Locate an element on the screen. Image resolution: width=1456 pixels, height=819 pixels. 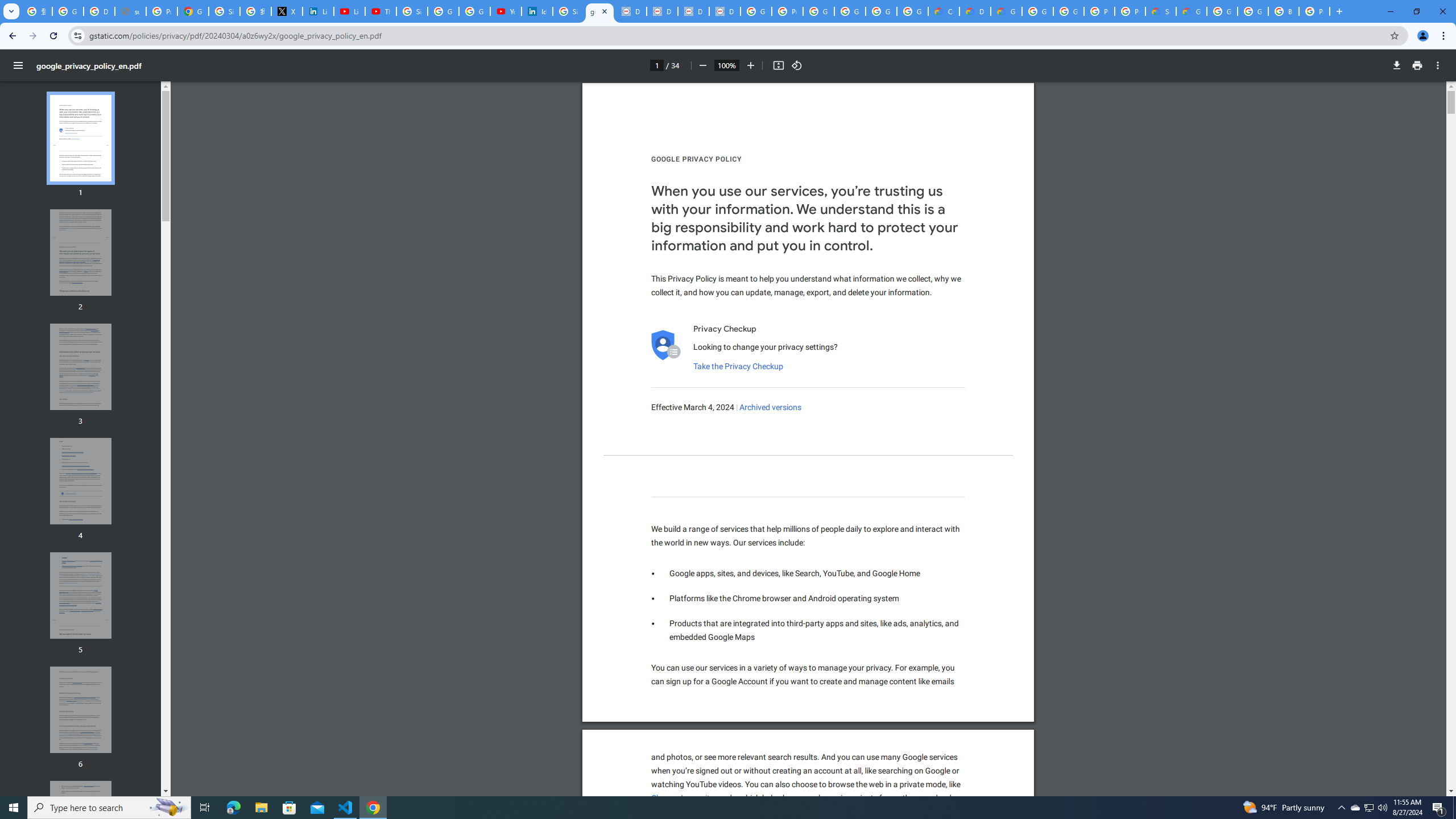
'Gemini for Business and Developers | Google Cloud' is located at coordinates (1006, 11).